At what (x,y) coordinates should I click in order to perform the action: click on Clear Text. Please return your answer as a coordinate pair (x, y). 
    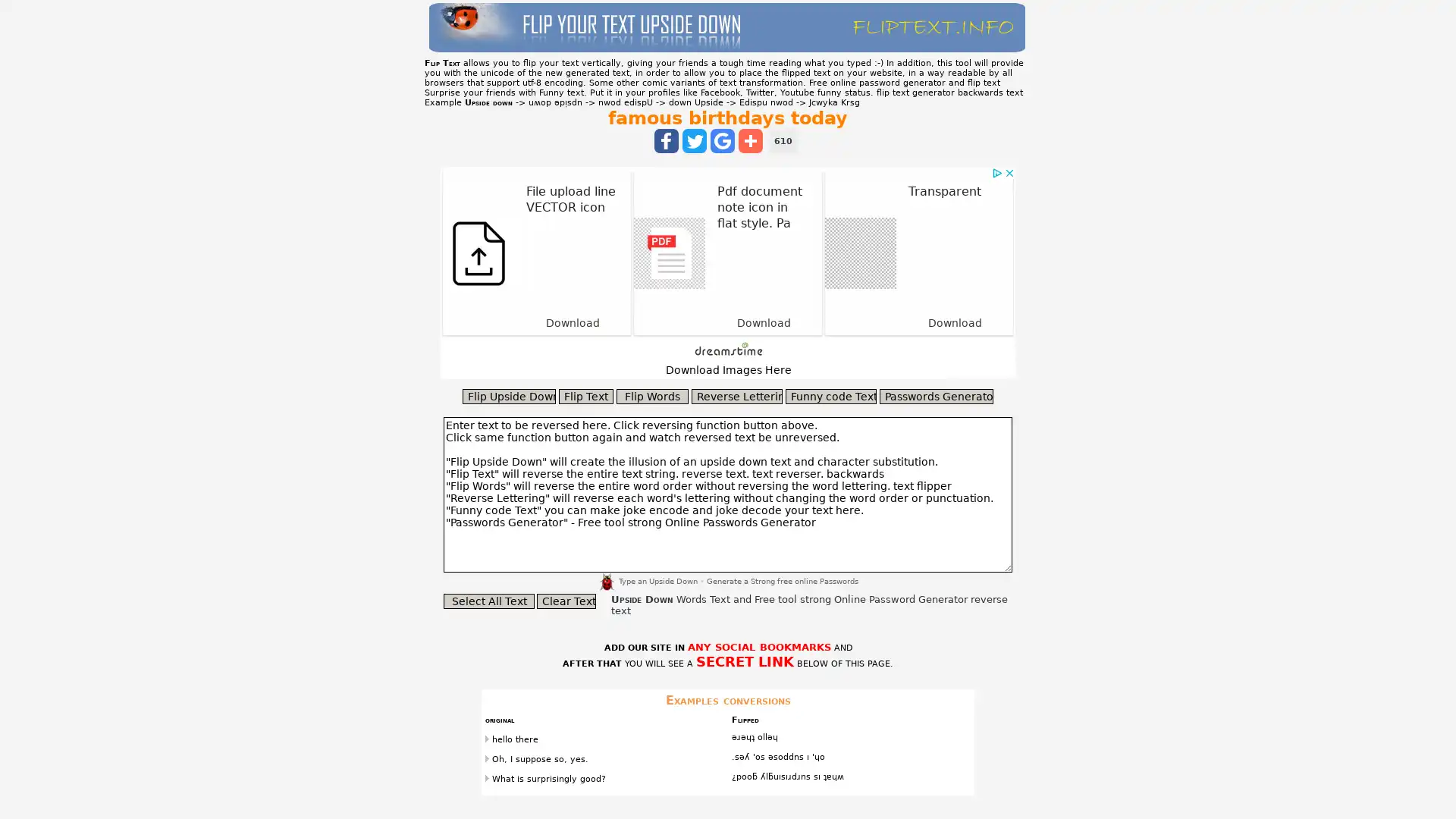
    Looking at the image, I should click on (566, 601).